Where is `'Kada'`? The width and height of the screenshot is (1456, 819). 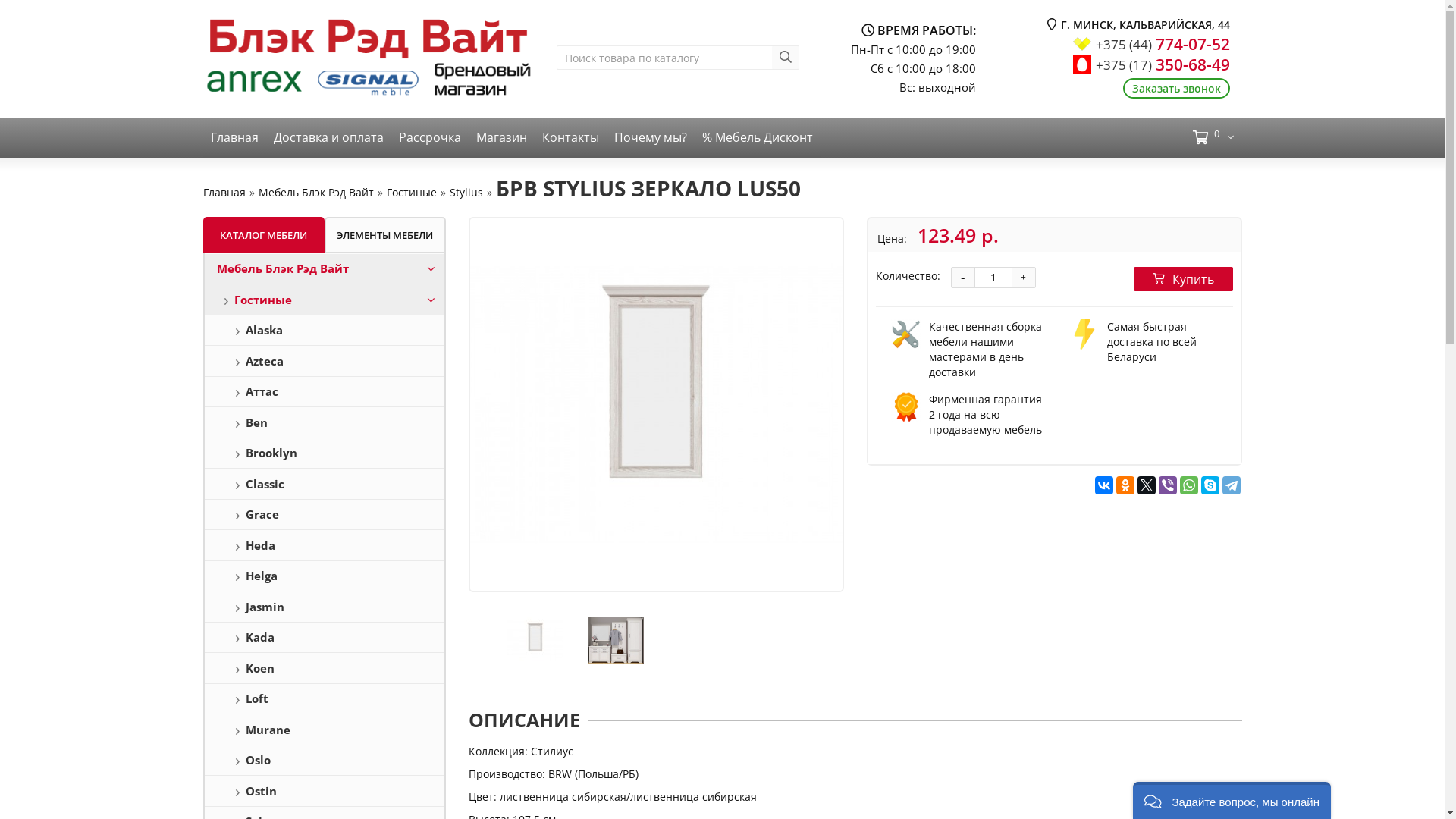 'Kada' is located at coordinates (323, 637).